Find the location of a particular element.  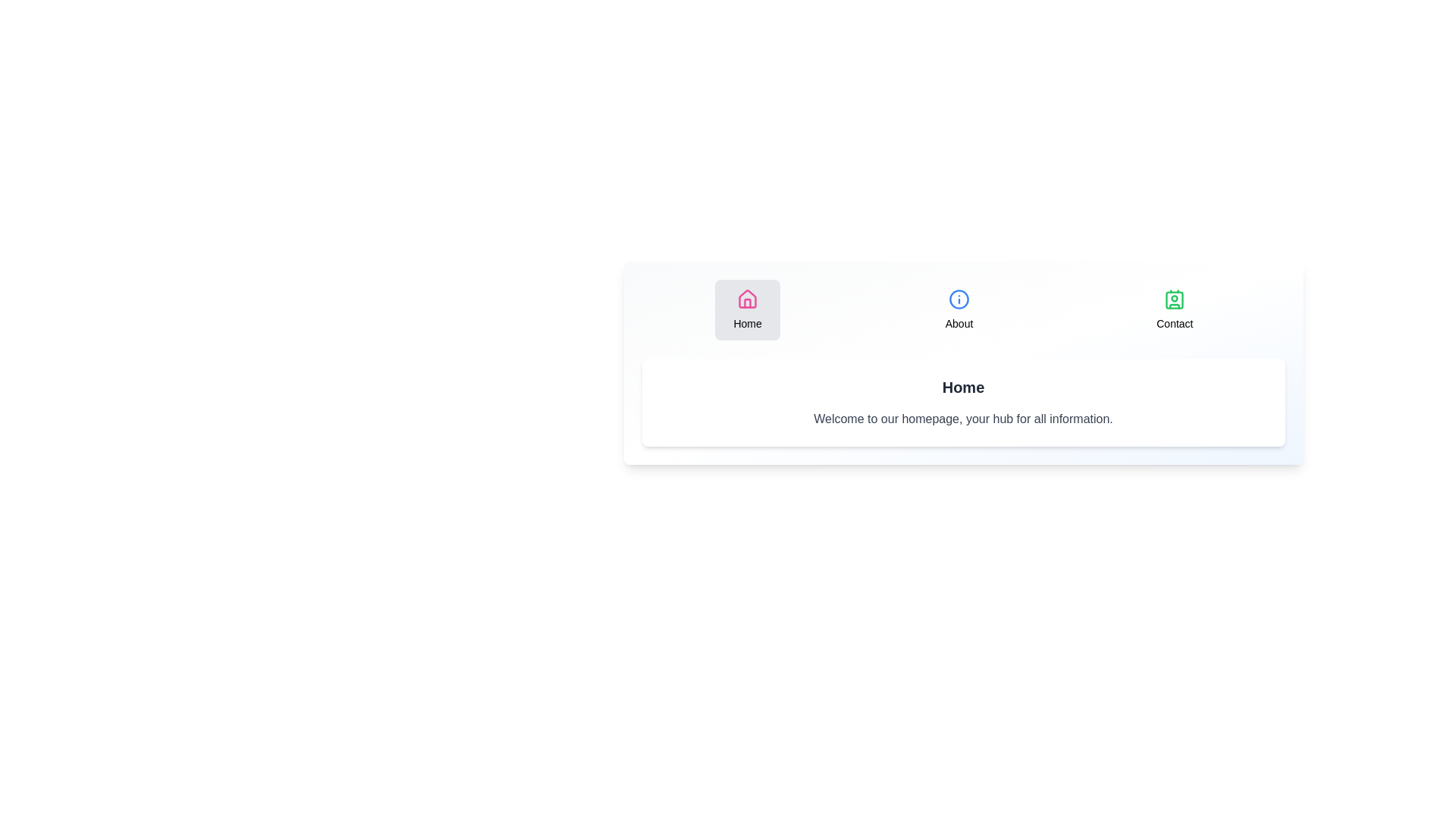

the About tab is located at coordinates (959, 309).